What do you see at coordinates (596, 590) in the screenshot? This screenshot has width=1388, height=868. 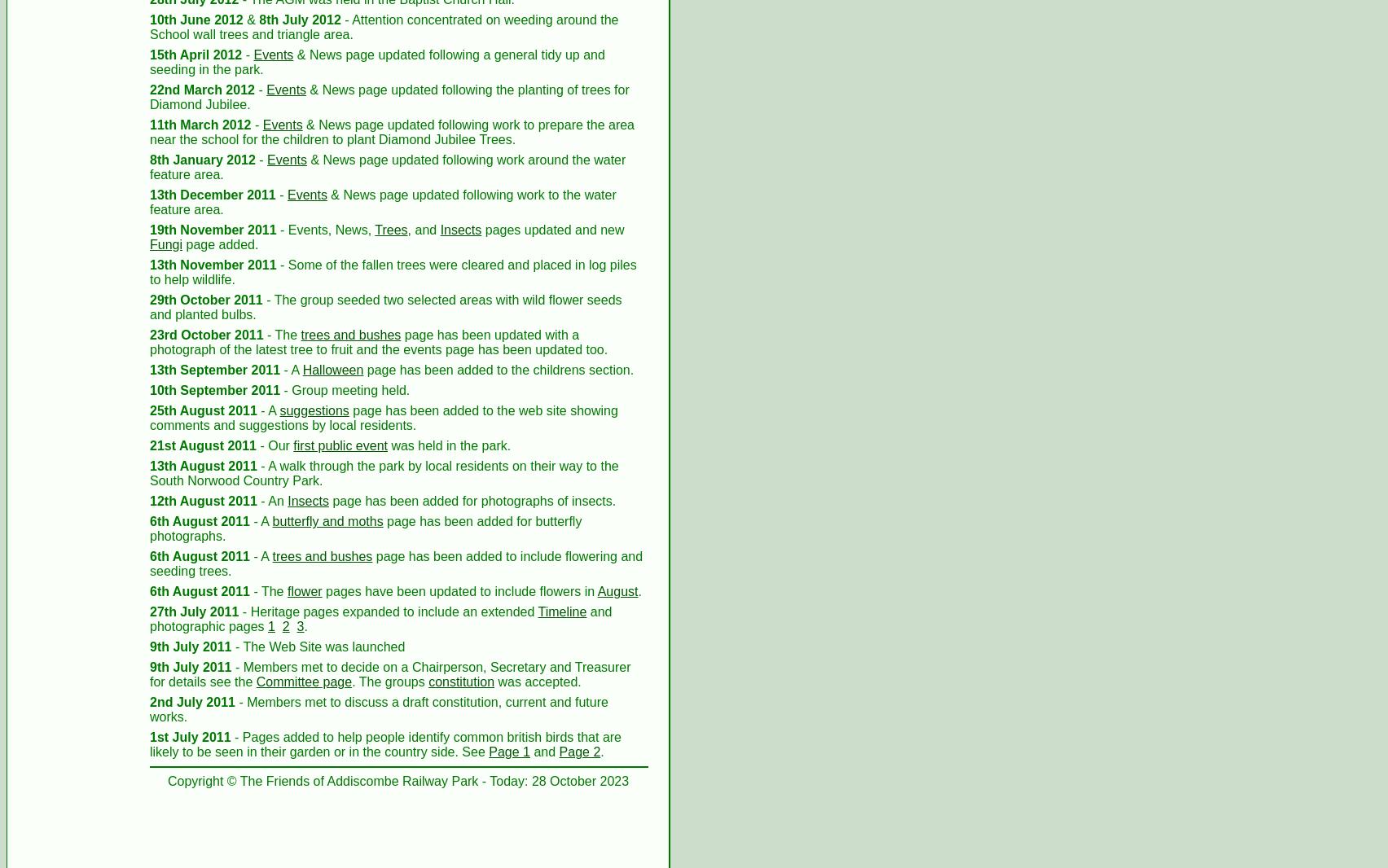 I see `'August'` at bounding box center [596, 590].